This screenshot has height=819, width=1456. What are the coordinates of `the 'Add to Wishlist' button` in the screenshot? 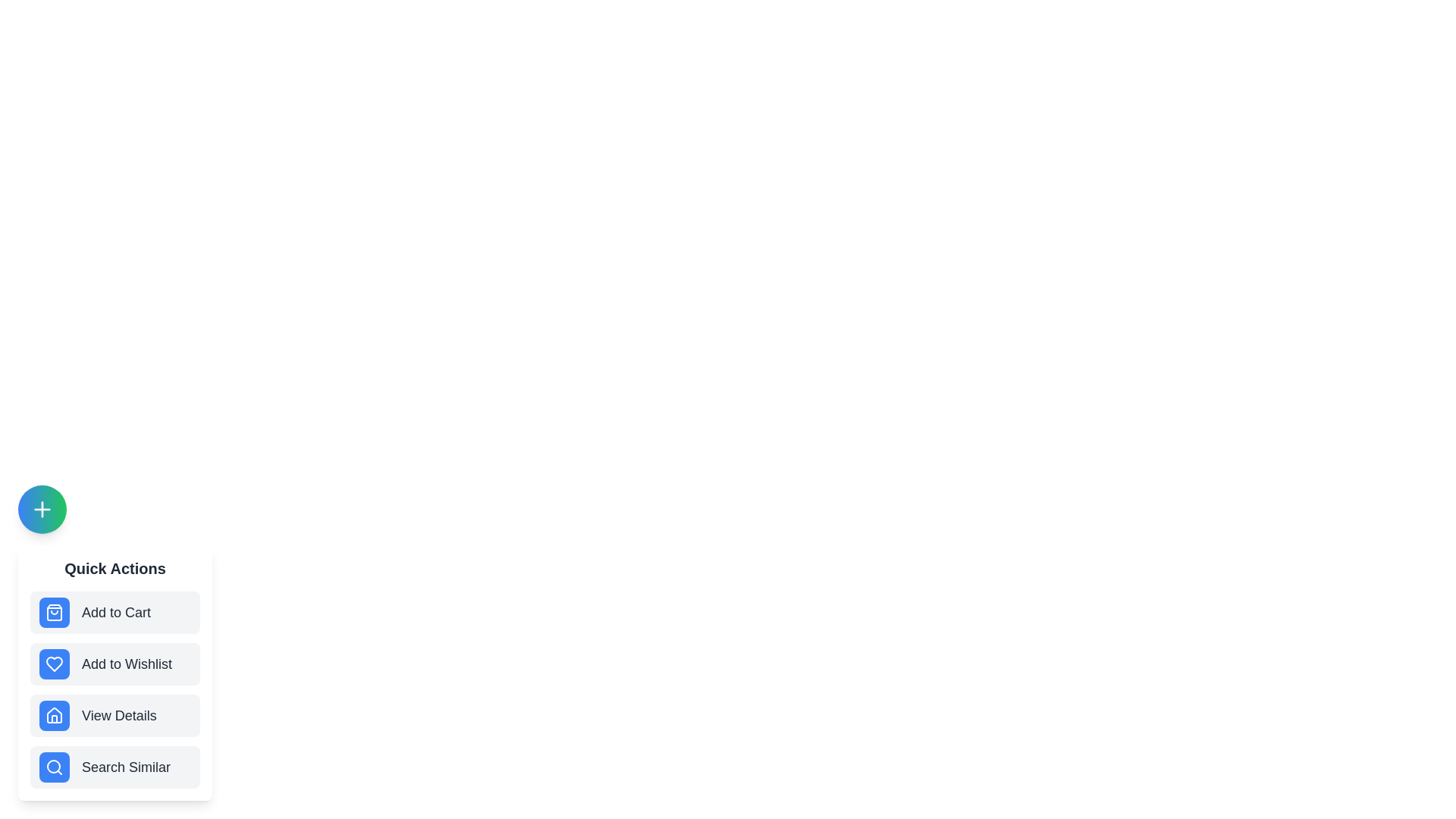 It's located at (115, 663).